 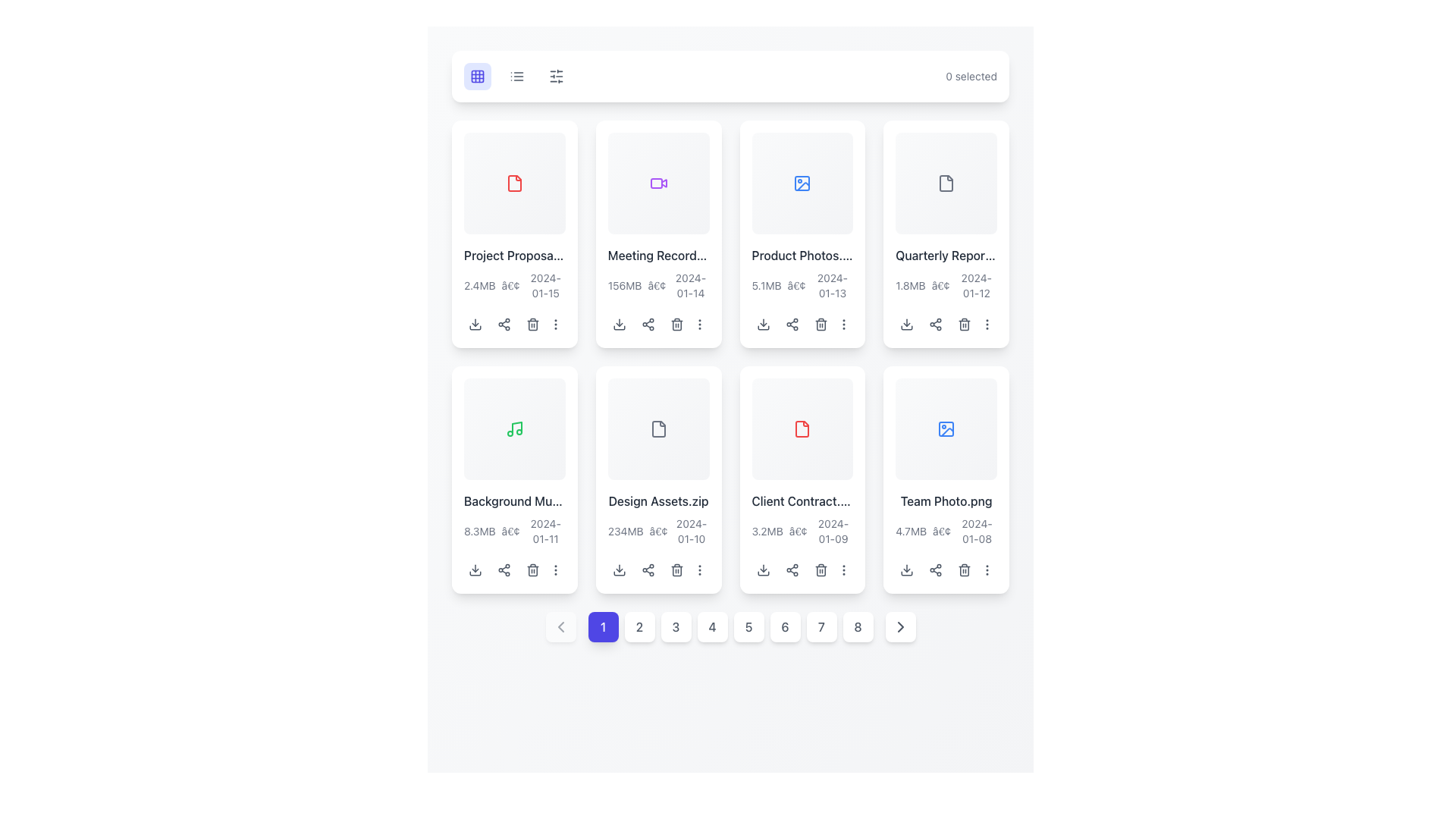 What do you see at coordinates (658, 182) in the screenshot?
I see `the video icon with a purple outline of a video camera, located within the top section of the 'Meeting Recording.mp4' card` at bounding box center [658, 182].